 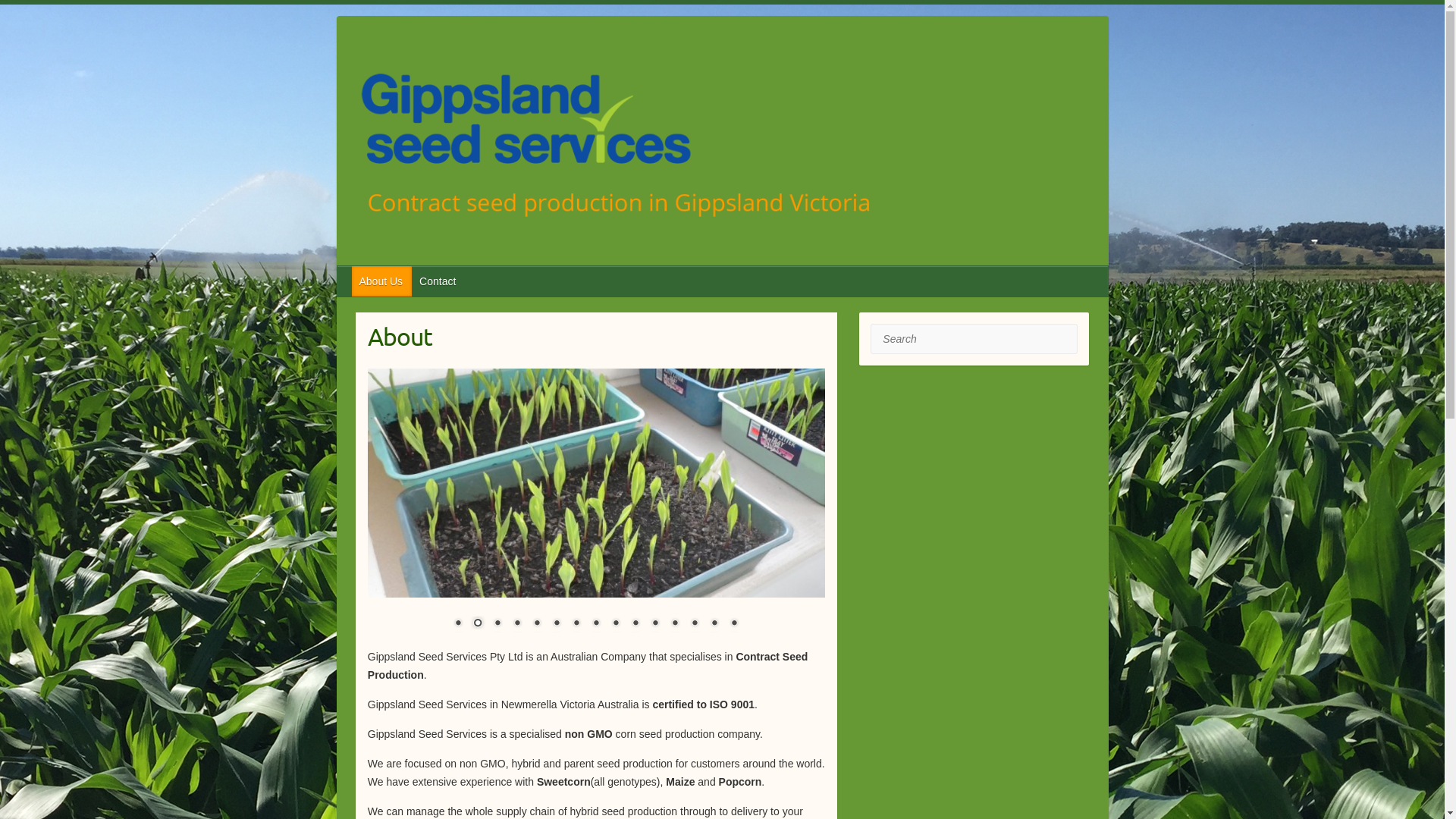 I want to click on '12', so click(x=673, y=623).